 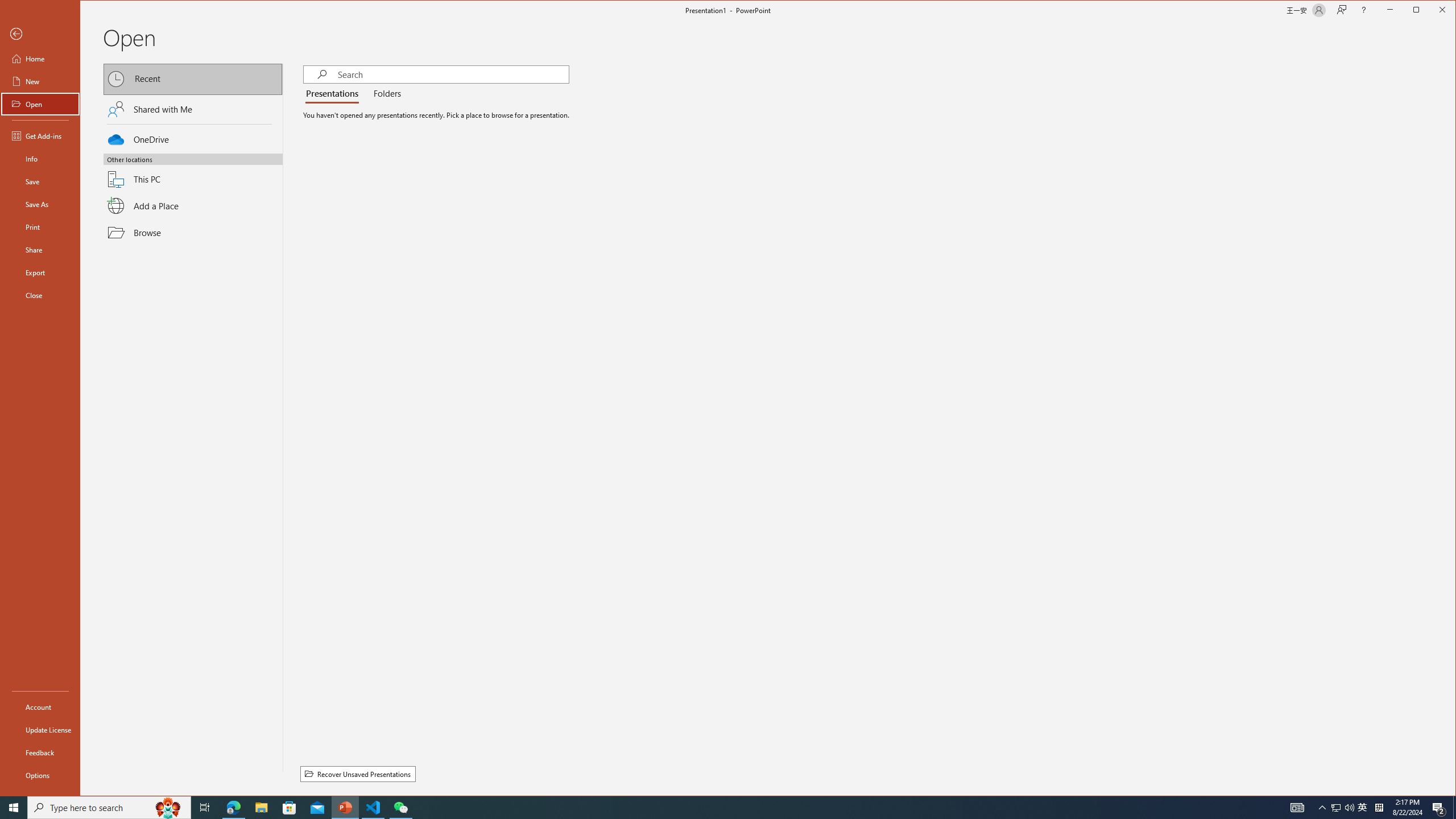 What do you see at coordinates (39, 135) in the screenshot?
I see `'Get Add-ins'` at bounding box center [39, 135].